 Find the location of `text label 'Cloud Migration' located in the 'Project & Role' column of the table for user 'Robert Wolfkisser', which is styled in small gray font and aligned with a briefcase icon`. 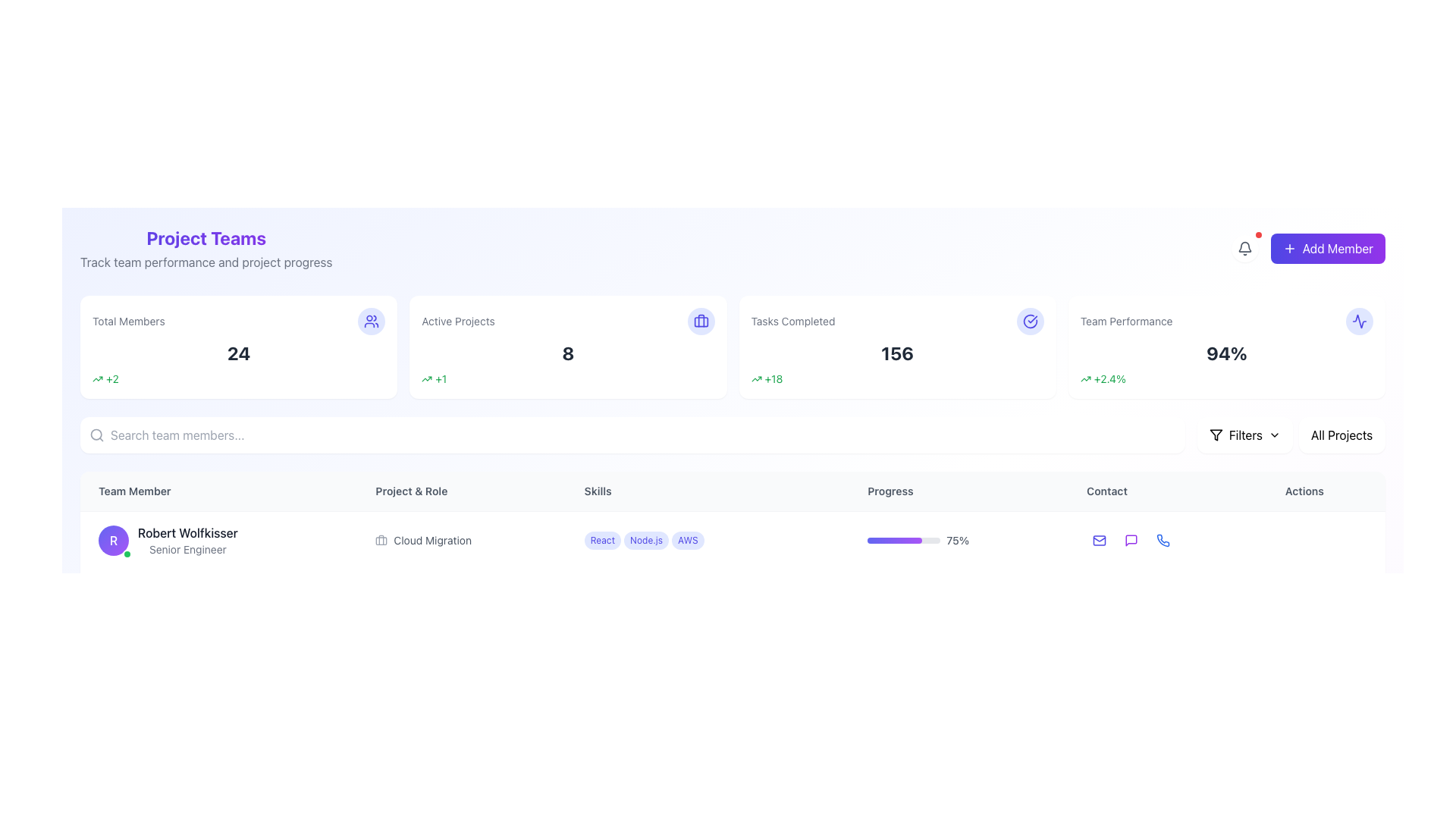

text label 'Cloud Migration' located in the 'Project & Role' column of the table for user 'Robert Wolfkisser', which is styled in small gray font and aligned with a briefcase icon is located at coordinates (431, 540).